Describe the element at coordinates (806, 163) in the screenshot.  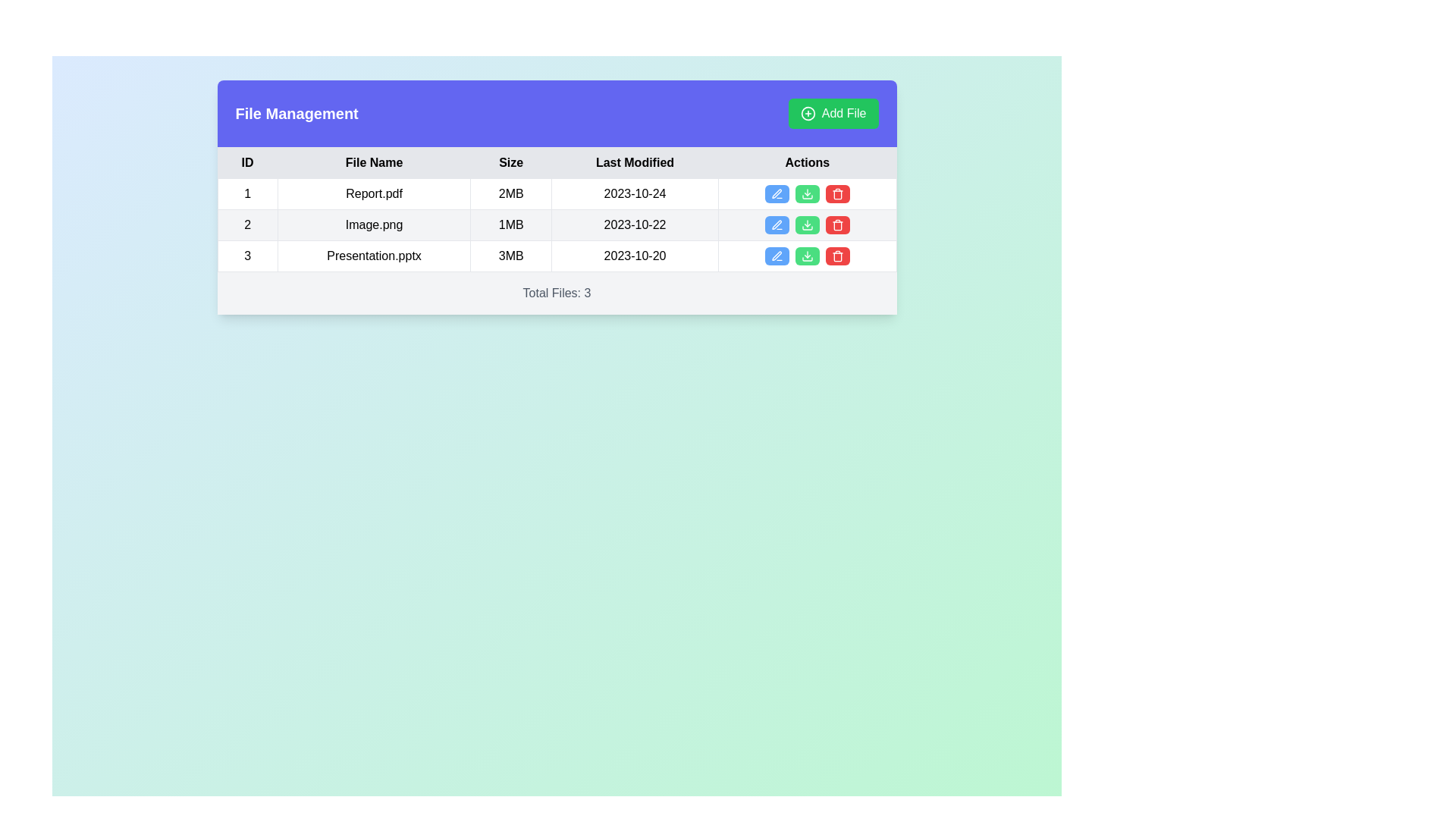
I see `the header label at the far right of the table, which signifies the purpose of the last column for actionable buttons` at that location.